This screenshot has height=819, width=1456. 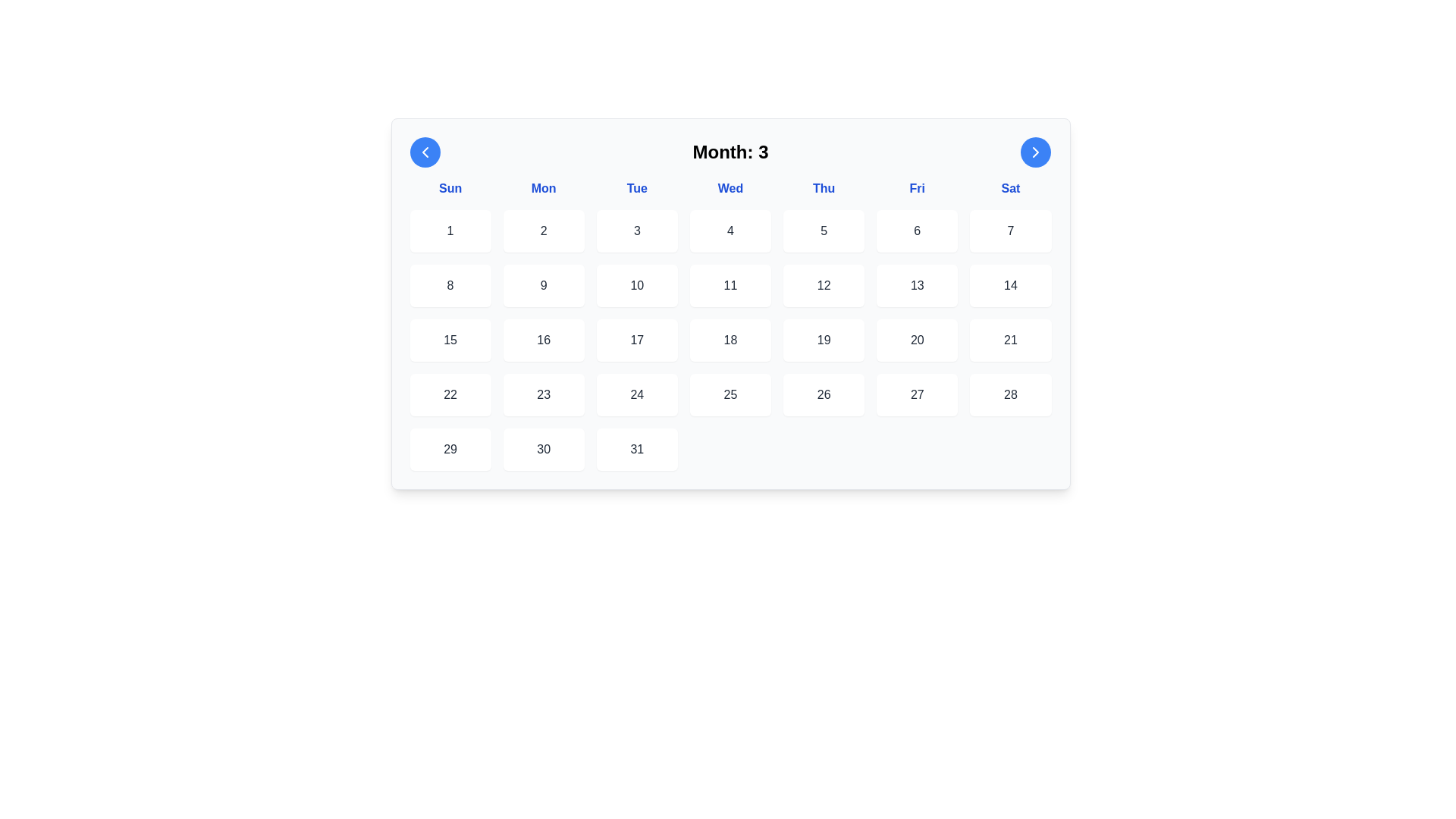 What do you see at coordinates (1035, 152) in the screenshot?
I see `the Circular Button with a vibrant blue color and a white rightward arrow` at bounding box center [1035, 152].